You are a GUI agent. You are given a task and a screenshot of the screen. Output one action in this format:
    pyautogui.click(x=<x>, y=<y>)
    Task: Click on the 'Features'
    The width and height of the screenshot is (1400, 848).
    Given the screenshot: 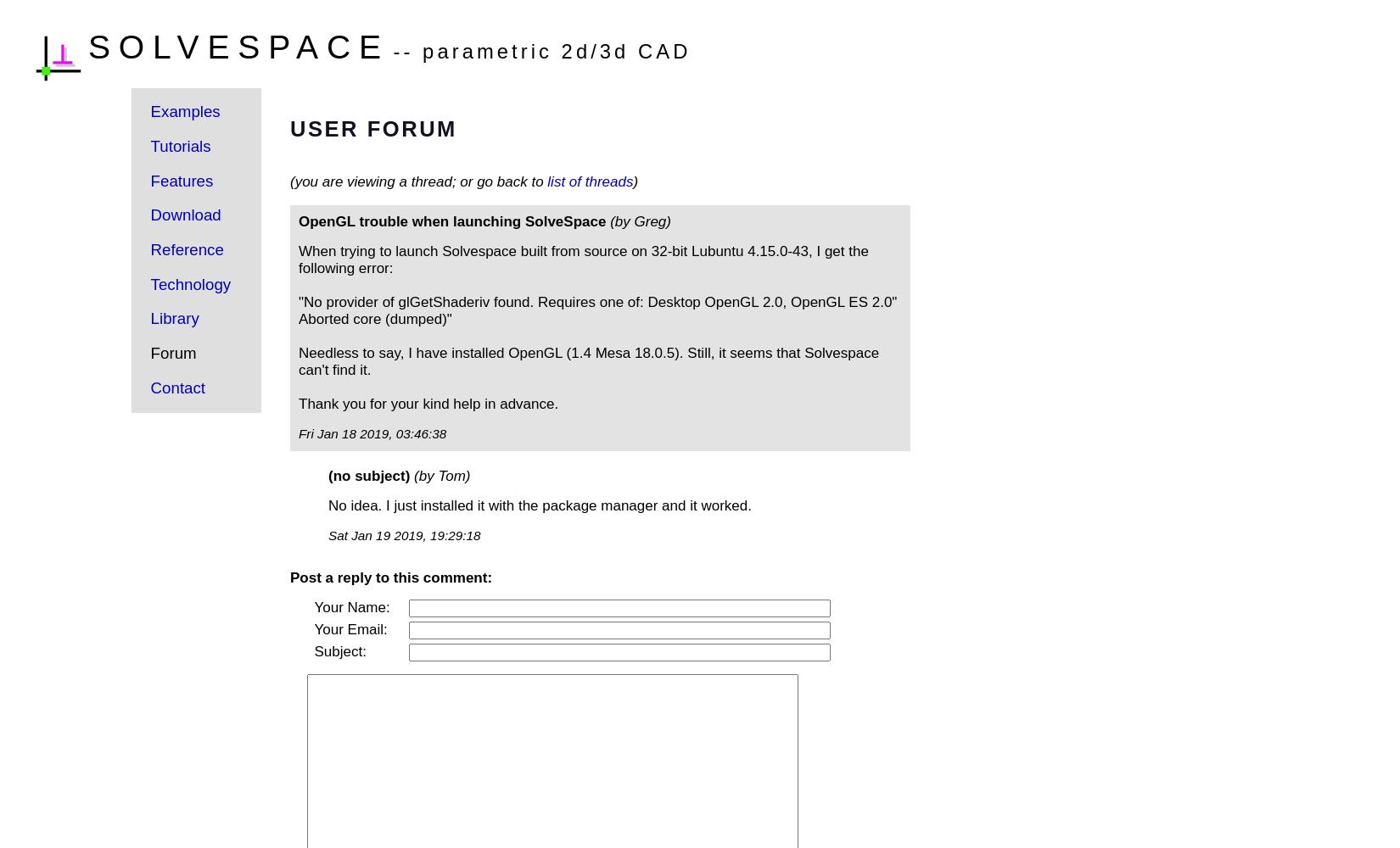 What is the action you would take?
    pyautogui.click(x=182, y=179)
    